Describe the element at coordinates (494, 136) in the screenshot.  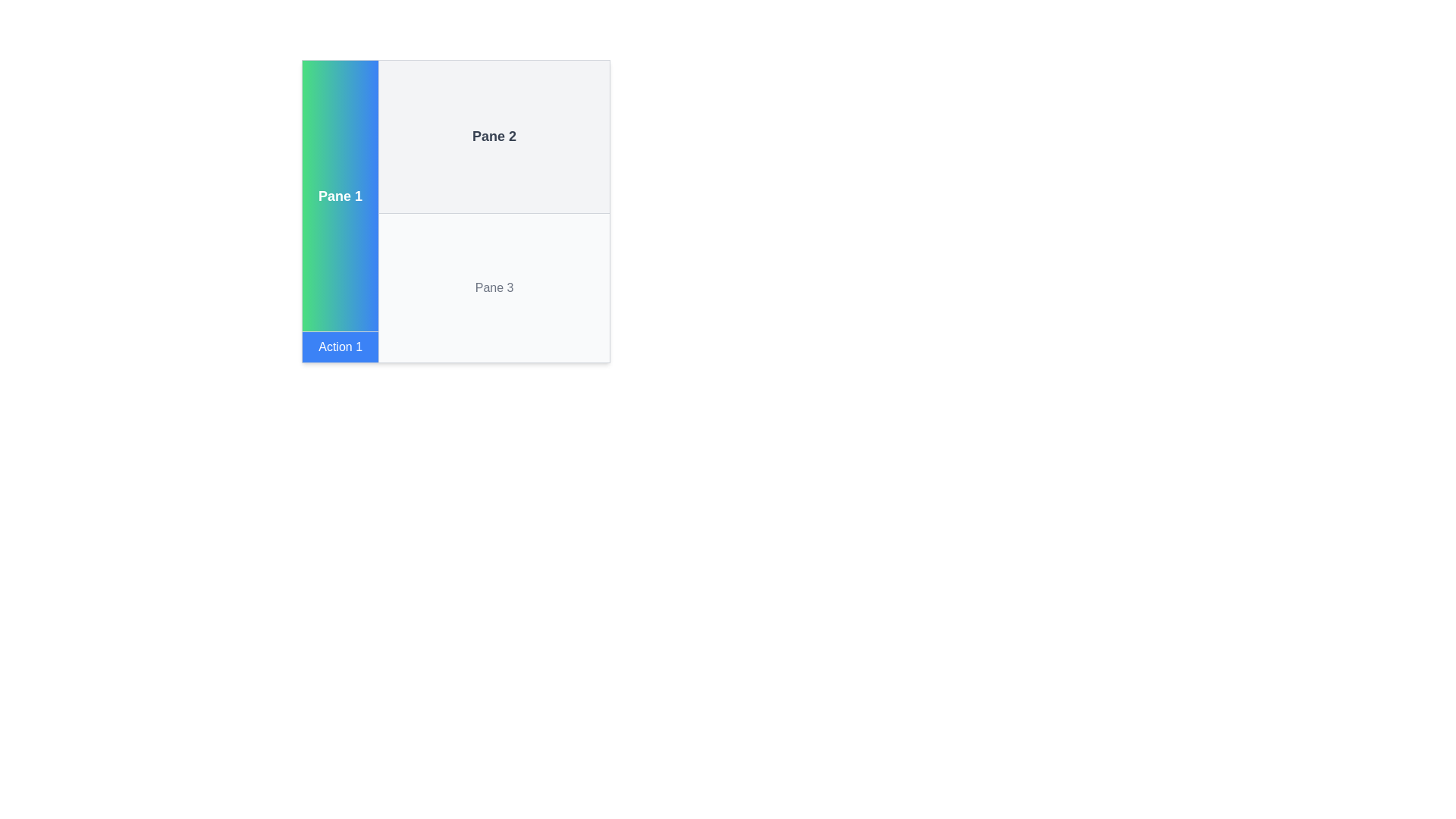
I see `the Text Label Pane identified as 'Pane 2', which is located in the top-right corner of the primary section above 'Pane 3'` at that location.